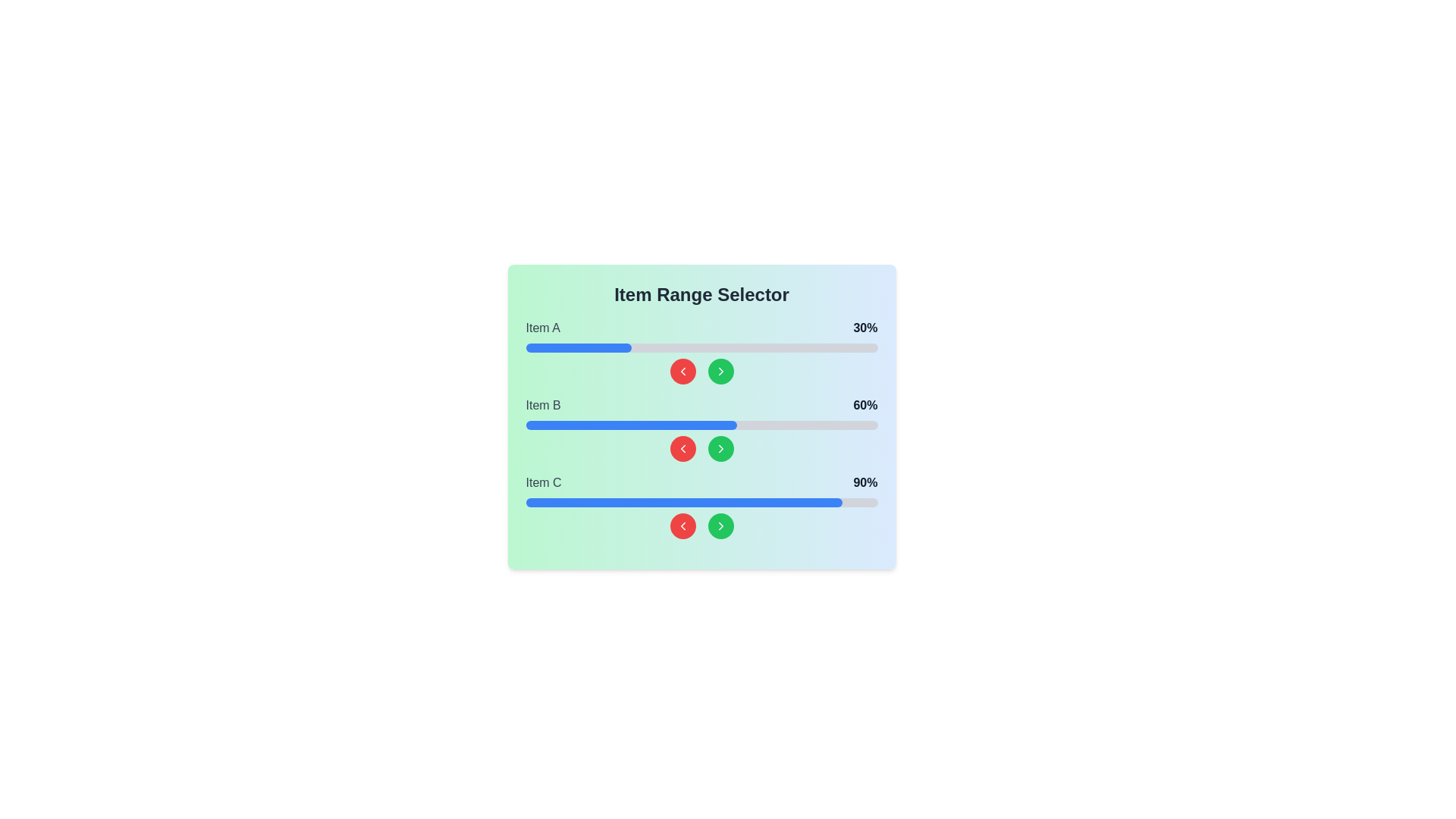 The image size is (1456, 819). What do you see at coordinates (701, 506) in the screenshot?
I see `the progress bar labeled 'Item C' which shows a filled percentage of 90% to understand the current value` at bounding box center [701, 506].